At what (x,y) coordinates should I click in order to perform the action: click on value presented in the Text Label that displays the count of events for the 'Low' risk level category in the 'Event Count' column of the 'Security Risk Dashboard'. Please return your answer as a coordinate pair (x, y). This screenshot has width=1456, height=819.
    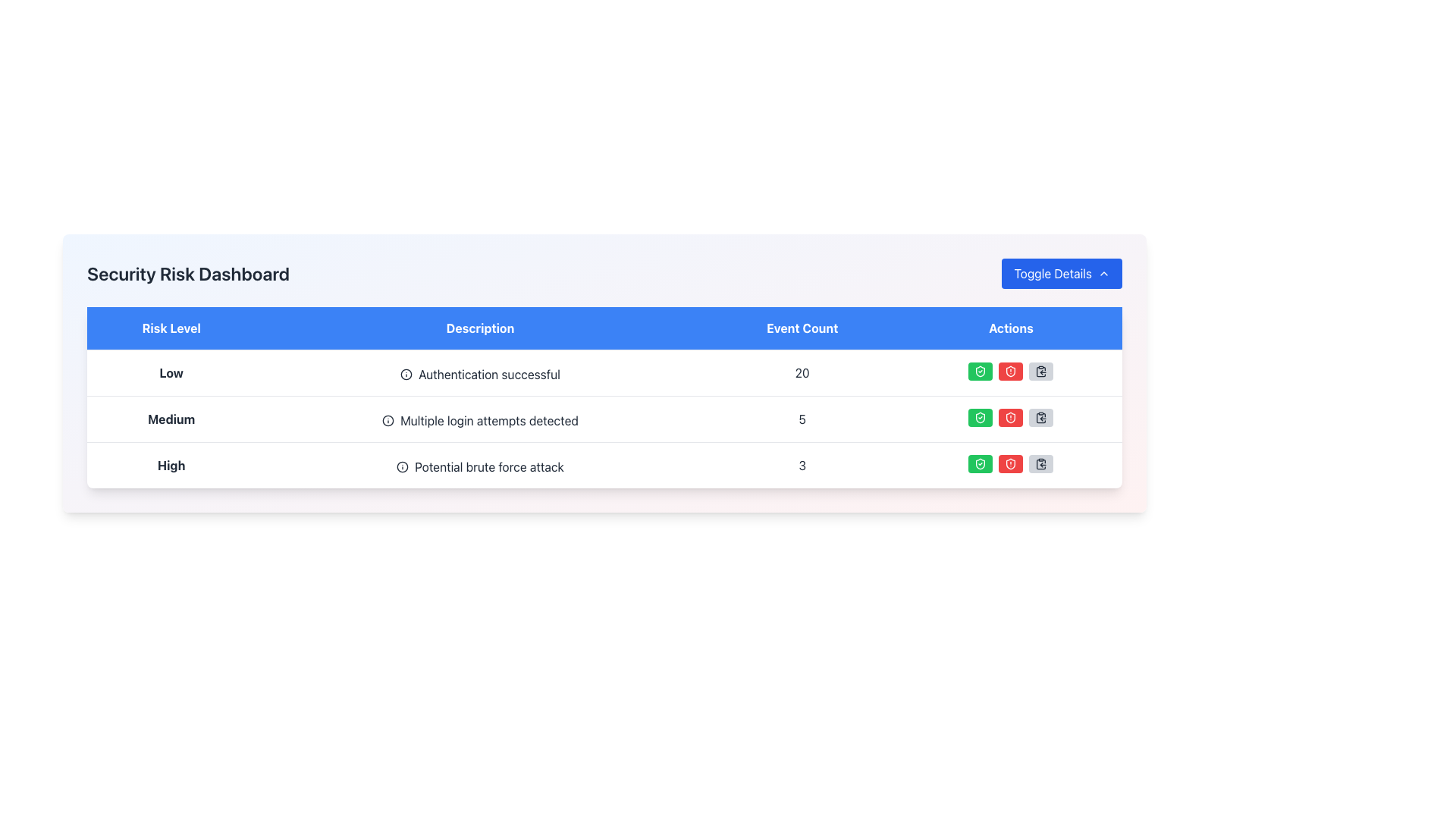
    Looking at the image, I should click on (802, 373).